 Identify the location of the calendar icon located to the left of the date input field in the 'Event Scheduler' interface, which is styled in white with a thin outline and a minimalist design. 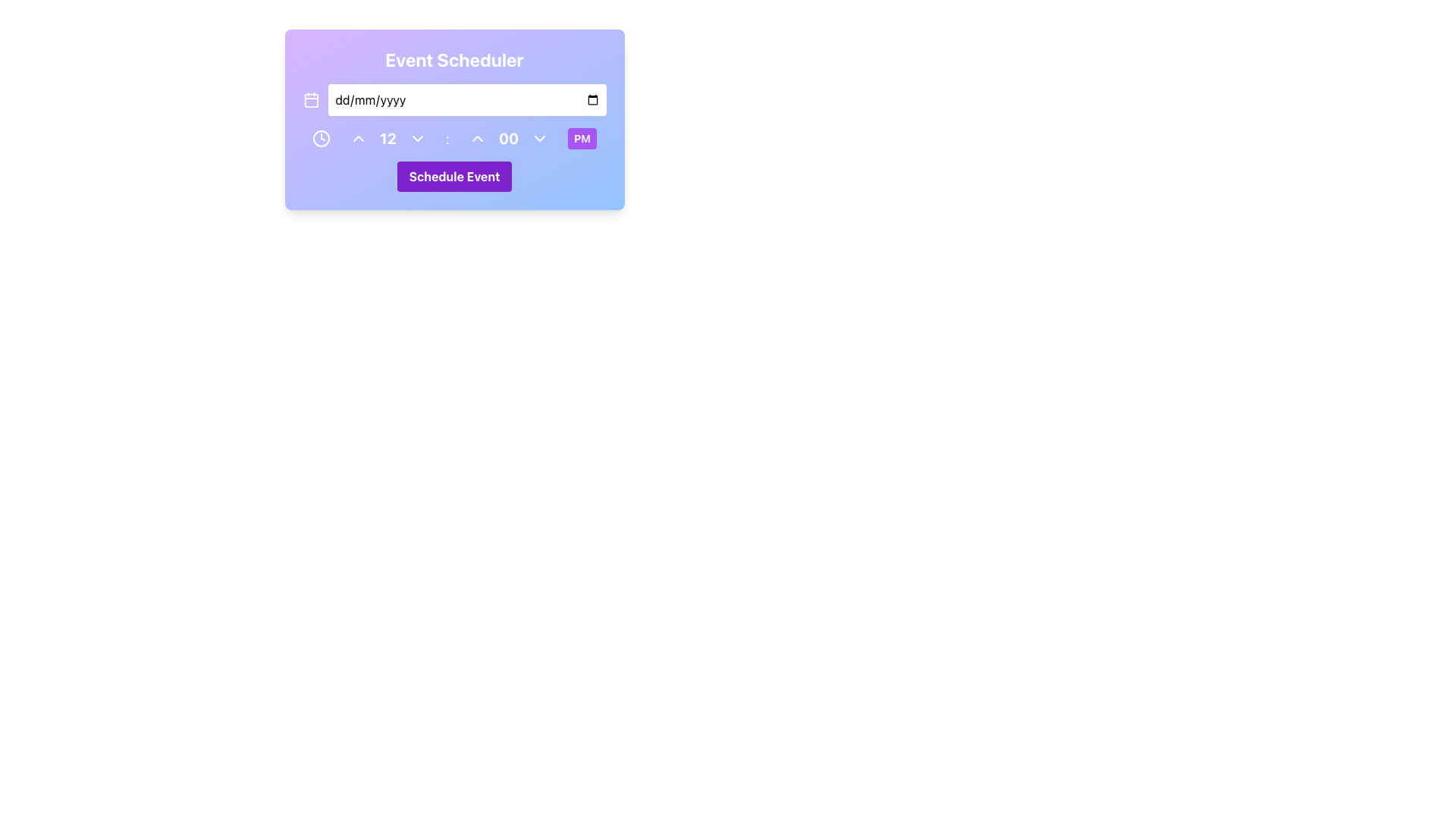
(310, 99).